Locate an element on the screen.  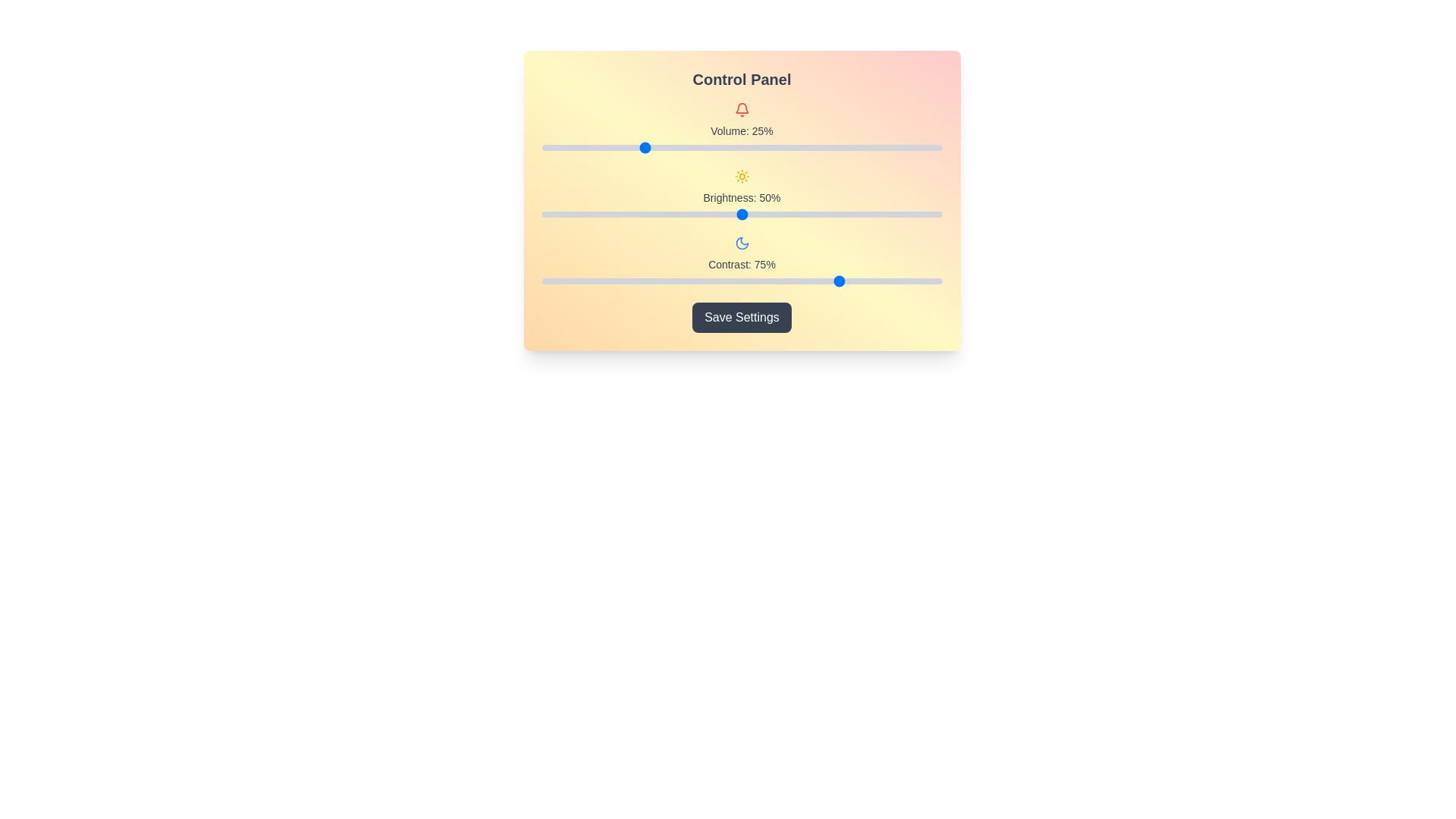
the volume is located at coordinates (749, 148).